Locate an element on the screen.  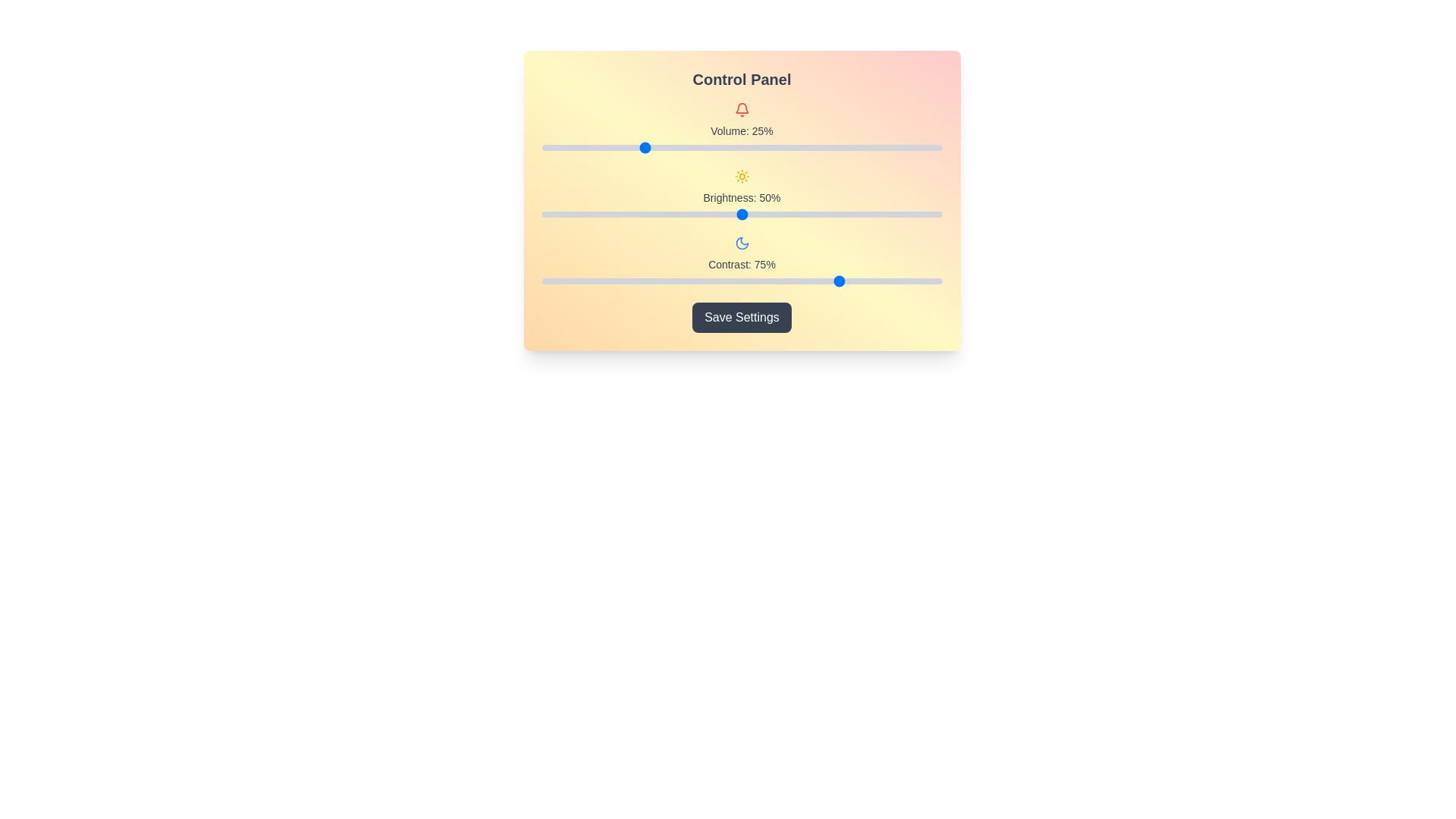
the volume is located at coordinates (749, 148).